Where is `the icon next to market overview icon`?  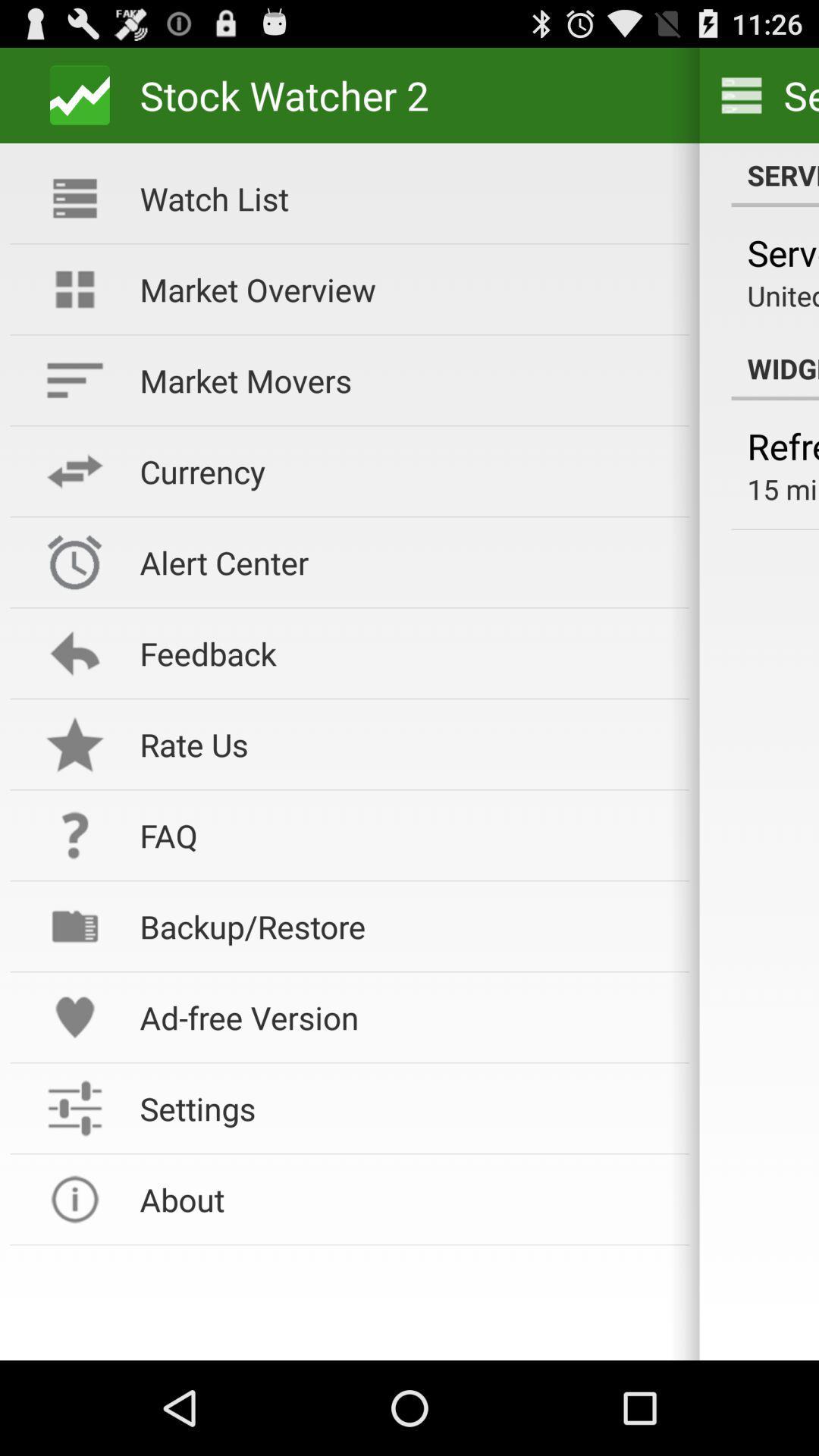 the icon next to market overview icon is located at coordinates (775, 368).